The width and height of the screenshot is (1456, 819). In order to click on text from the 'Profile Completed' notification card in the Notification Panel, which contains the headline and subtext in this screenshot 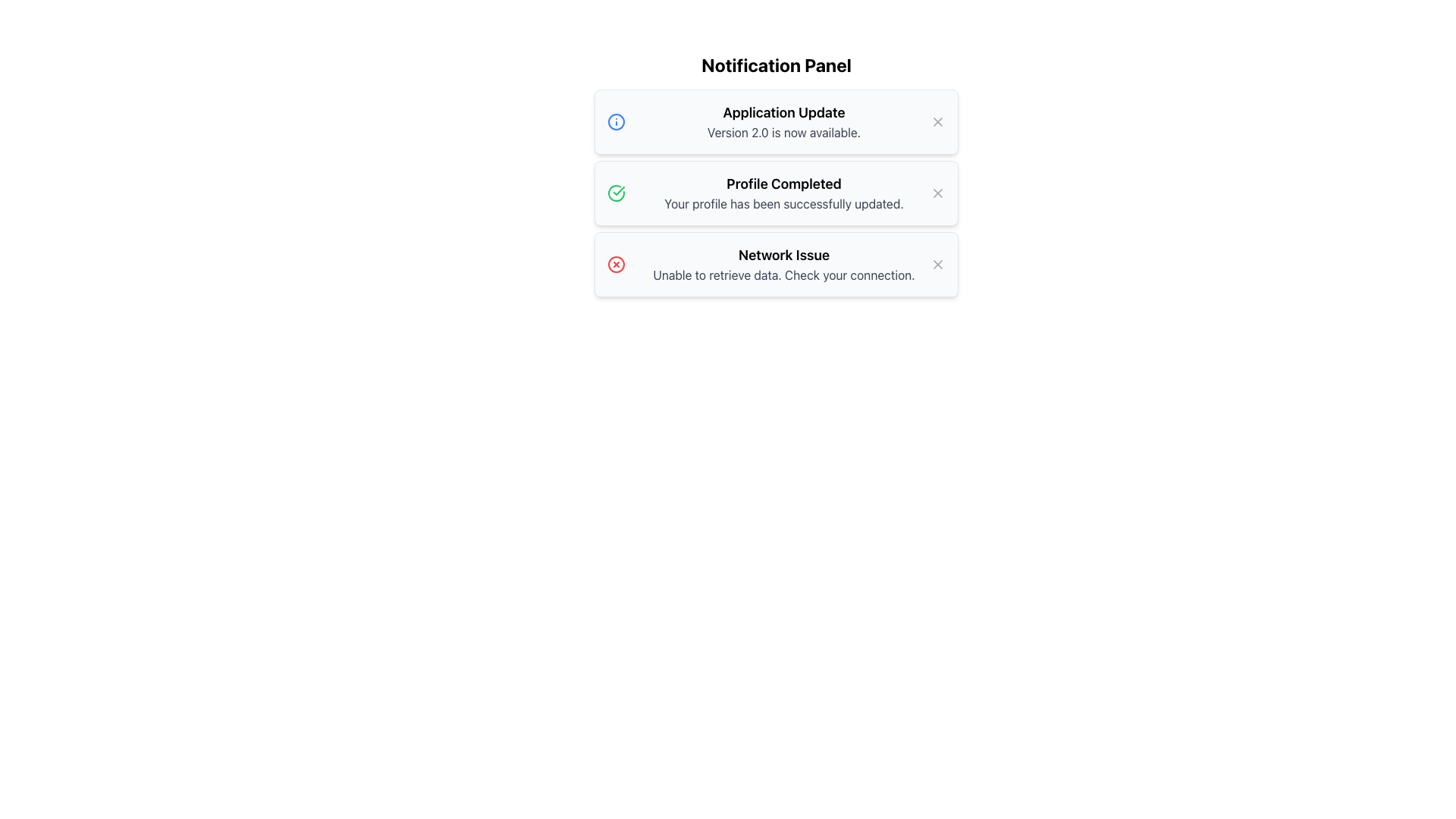, I will do `click(783, 192)`.